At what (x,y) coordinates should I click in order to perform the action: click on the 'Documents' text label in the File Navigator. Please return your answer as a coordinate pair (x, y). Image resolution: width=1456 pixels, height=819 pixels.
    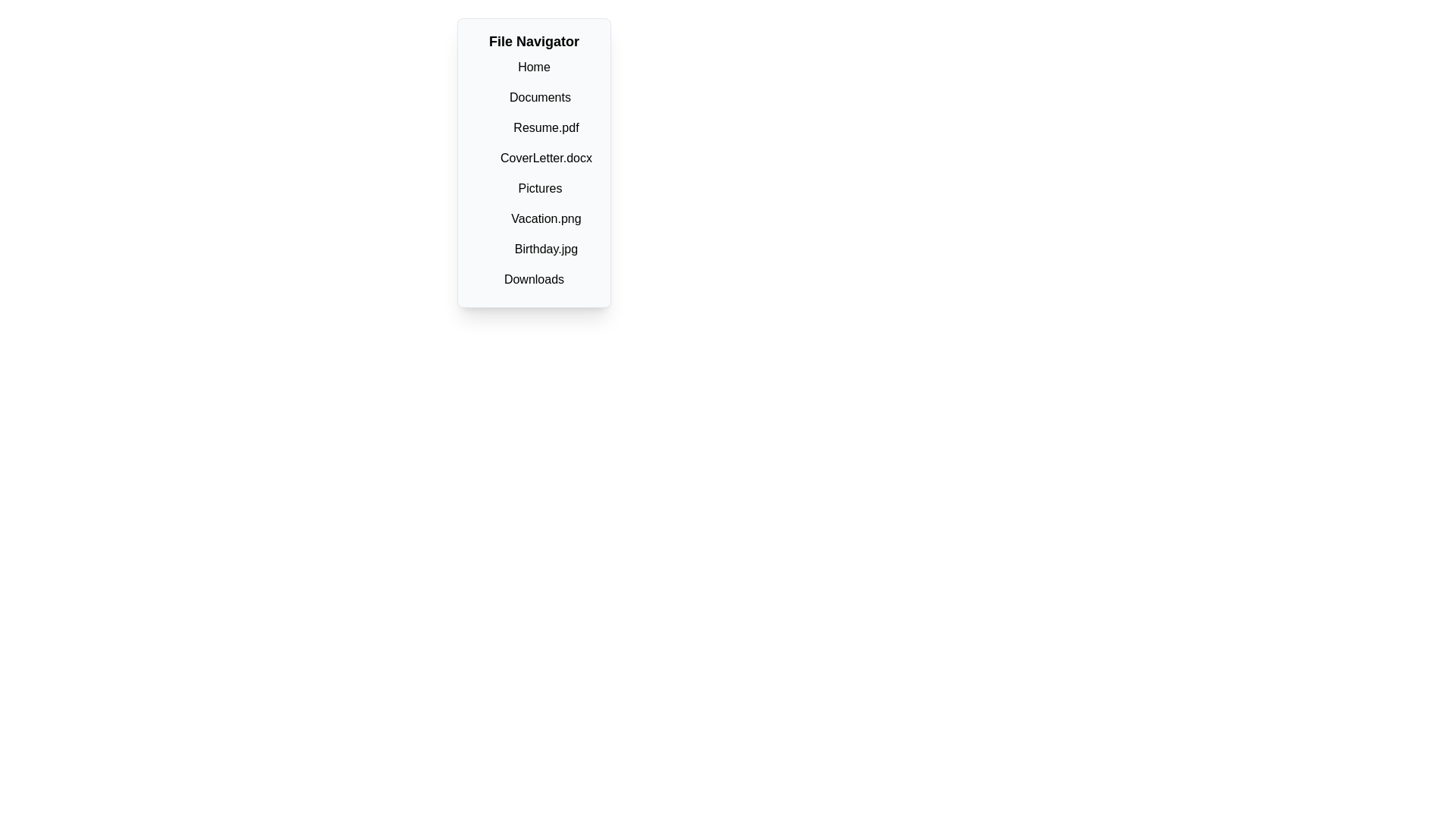
    Looking at the image, I should click on (540, 97).